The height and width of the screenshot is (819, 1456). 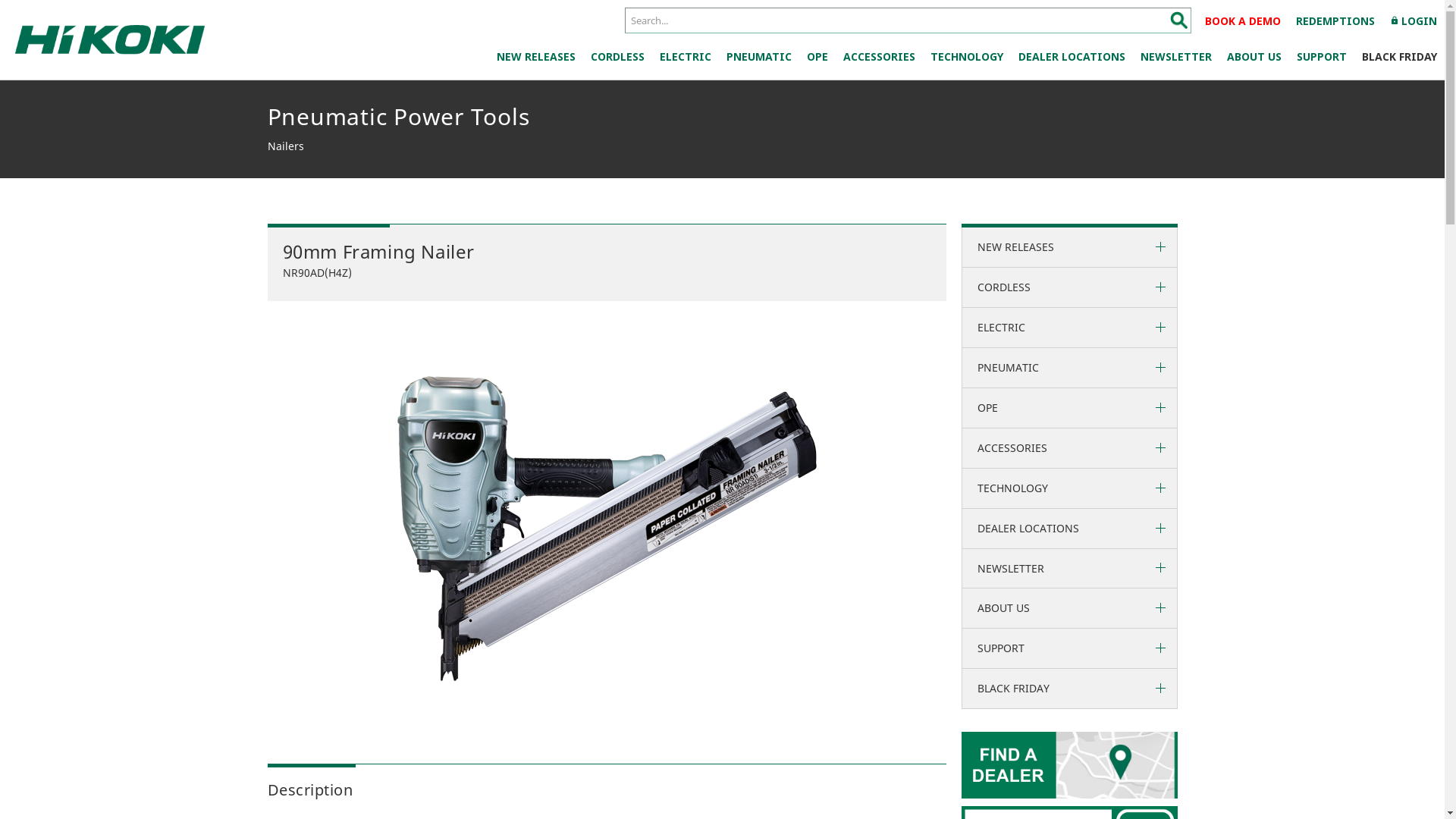 What do you see at coordinates (582, 55) in the screenshot?
I see `'CORDLESS'` at bounding box center [582, 55].